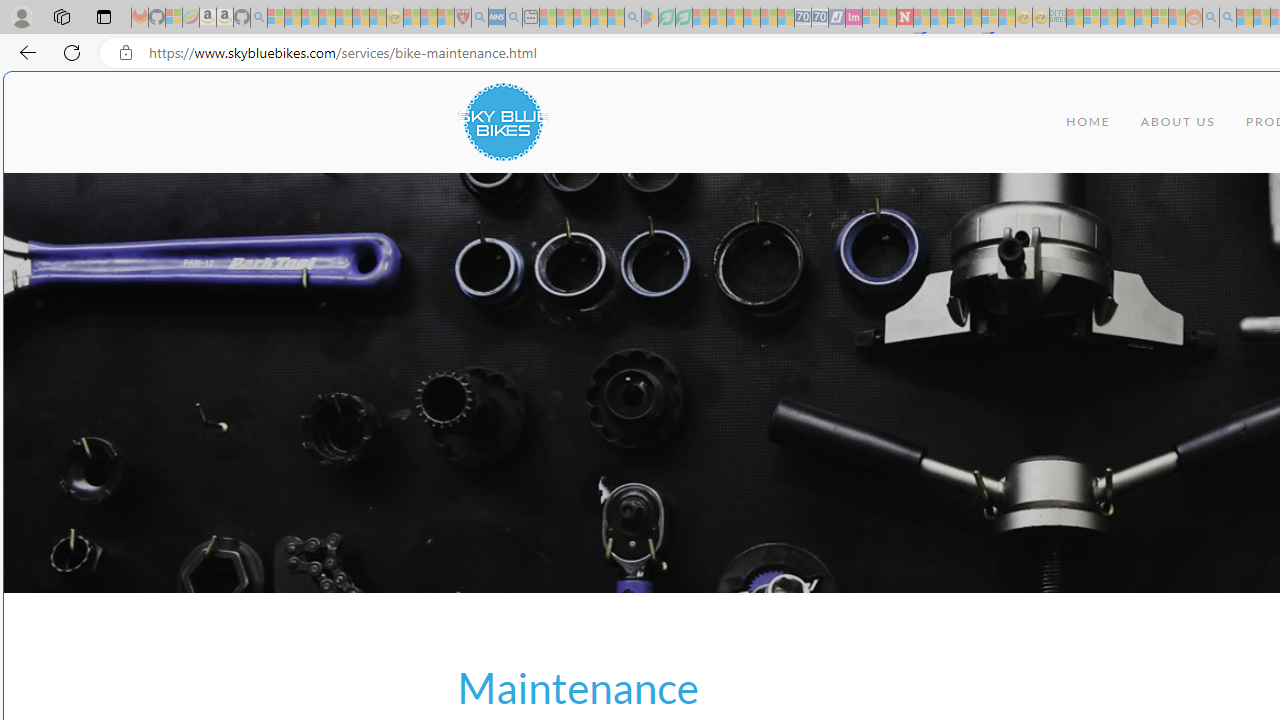 The image size is (1280, 720). I want to click on 'Class: uk-navbar-item uk-logo', so click(503, 122).